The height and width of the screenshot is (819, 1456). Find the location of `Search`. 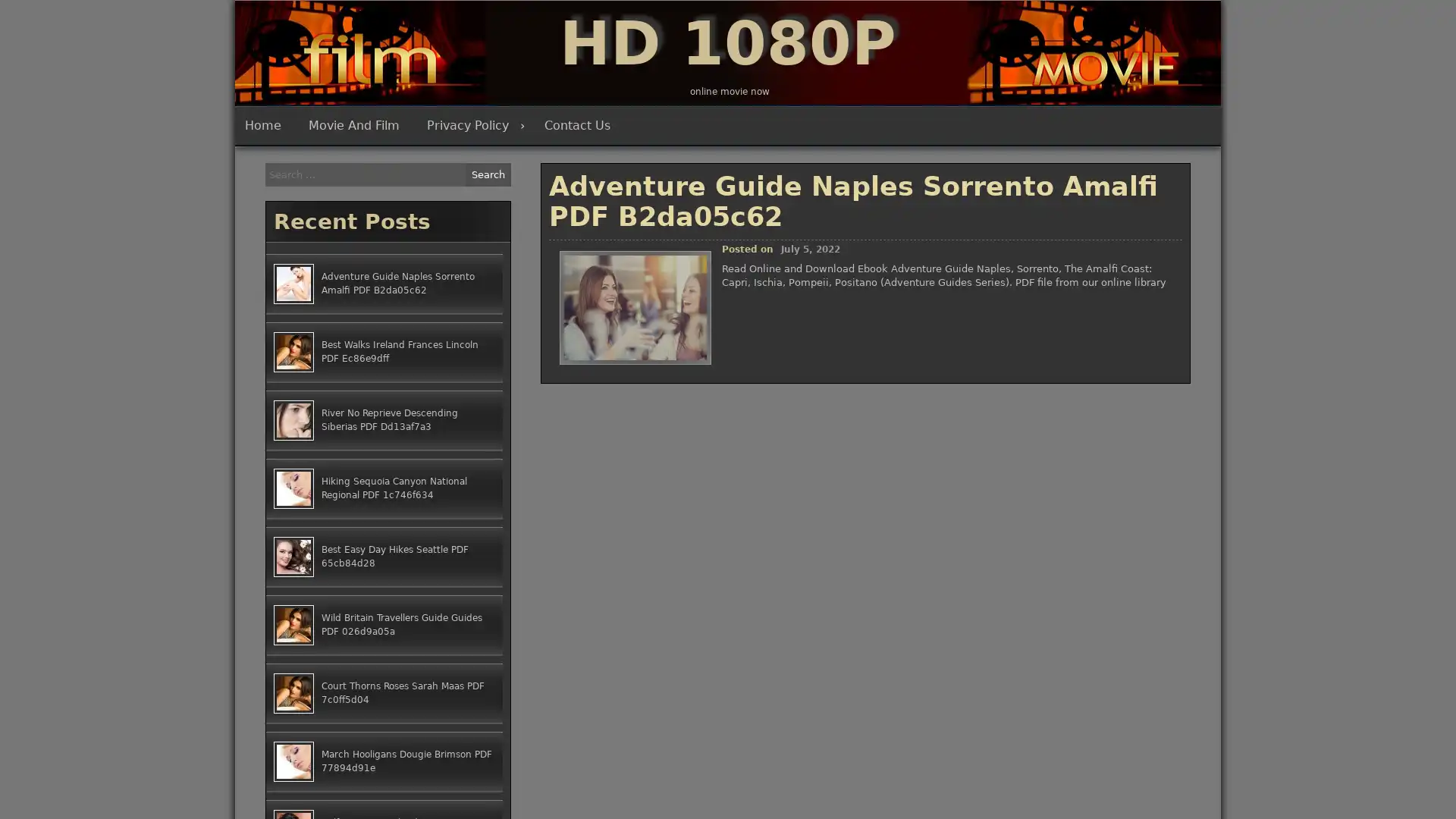

Search is located at coordinates (488, 174).